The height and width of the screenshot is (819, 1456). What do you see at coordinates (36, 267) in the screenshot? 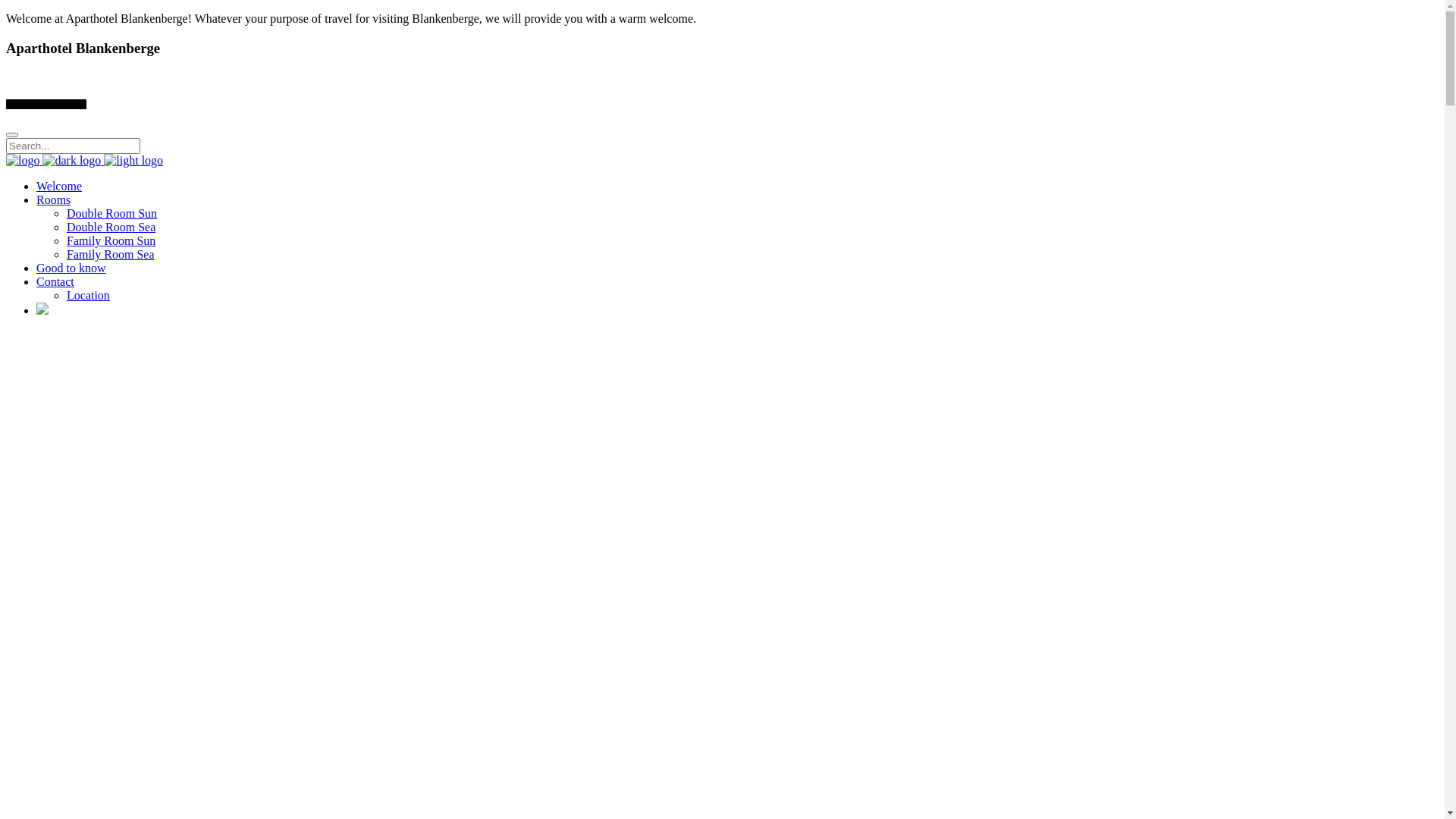
I see `'Good to know'` at bounding box center [36, 267].